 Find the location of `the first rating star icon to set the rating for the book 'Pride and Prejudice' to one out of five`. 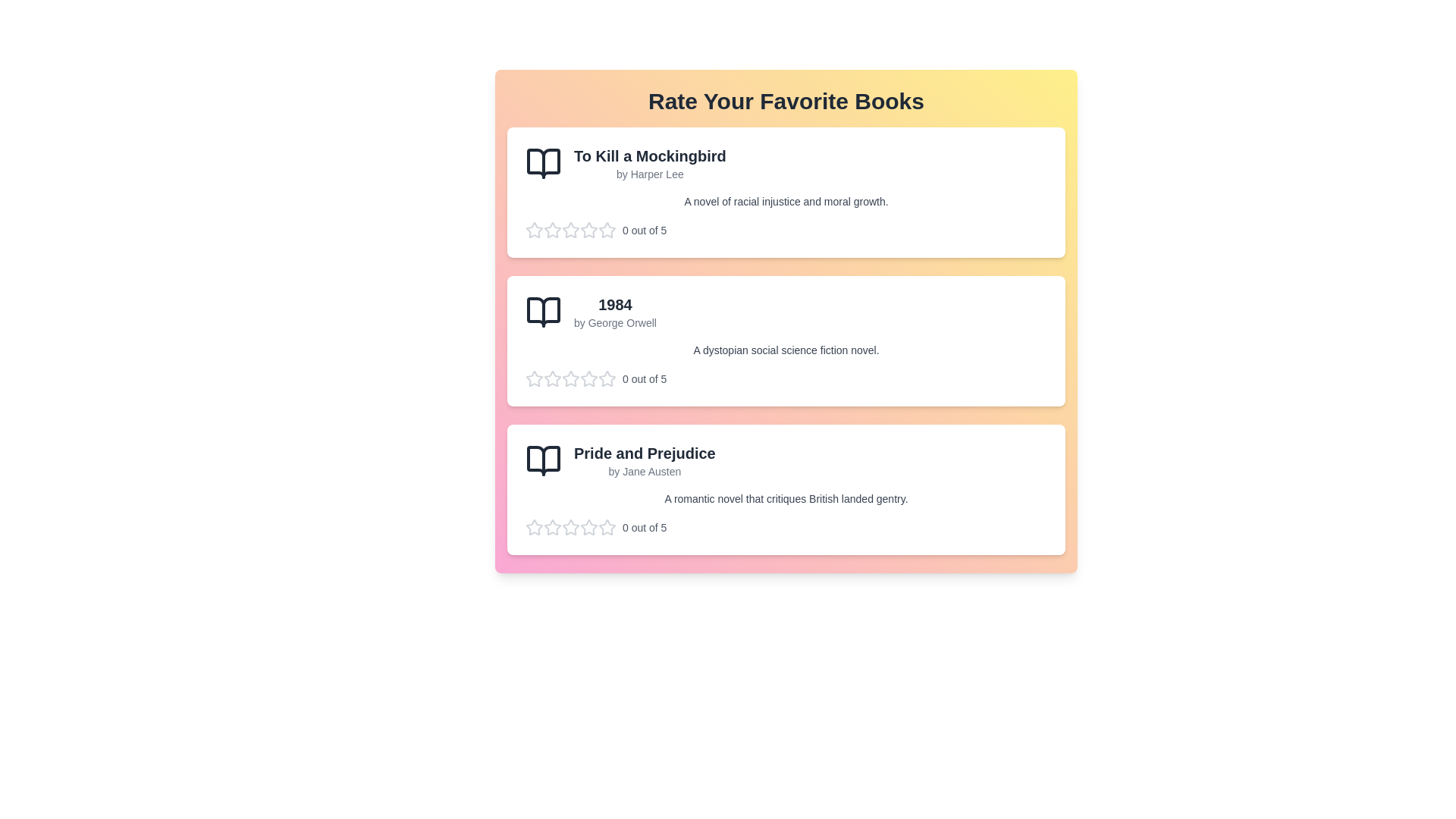

the first rating star icon to set the rating for the book 'Pride and Prejudice' to one out of five is located at coordinates (552, 526).